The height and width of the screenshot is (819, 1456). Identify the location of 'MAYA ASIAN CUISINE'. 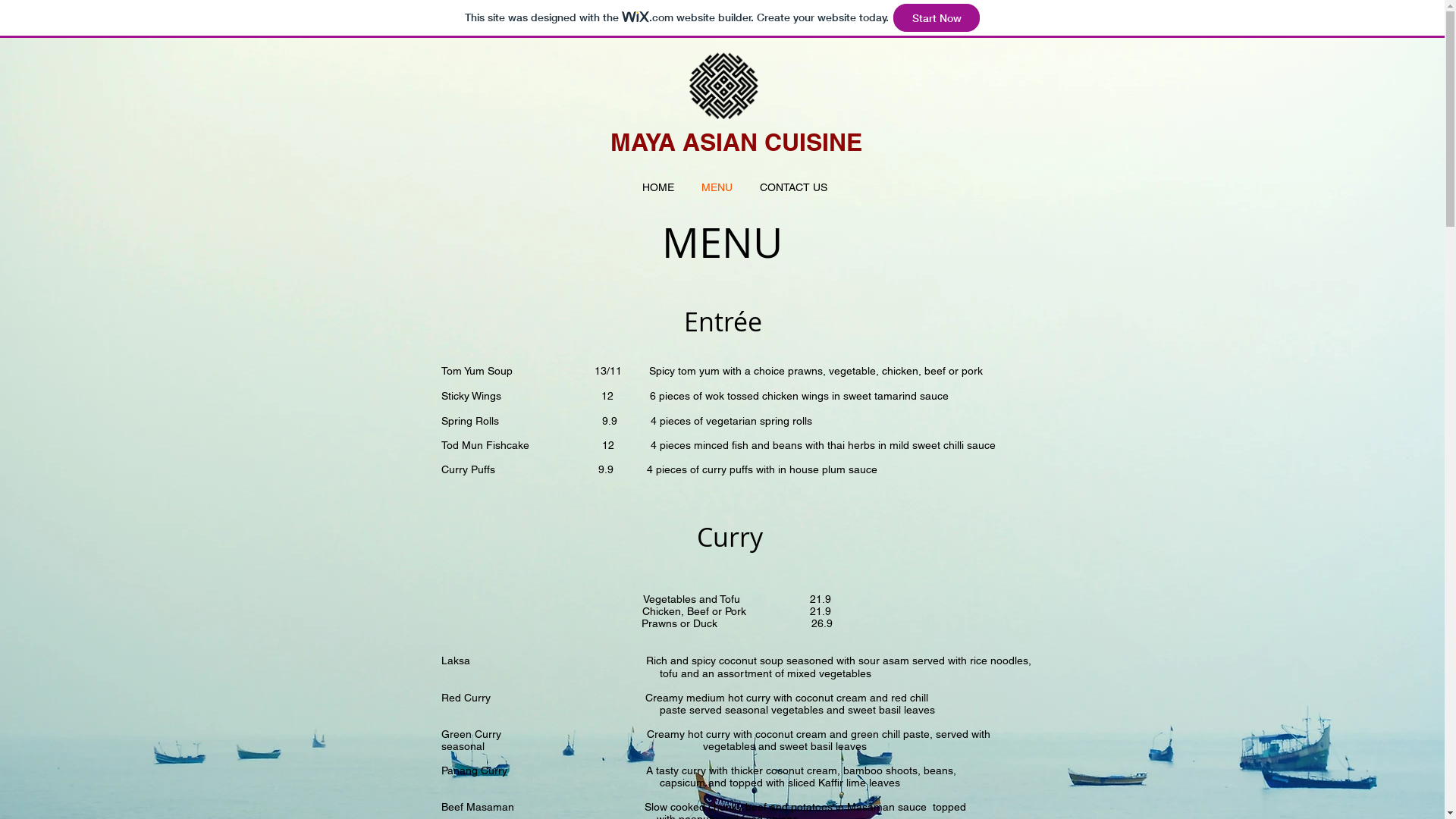
(735, 141).